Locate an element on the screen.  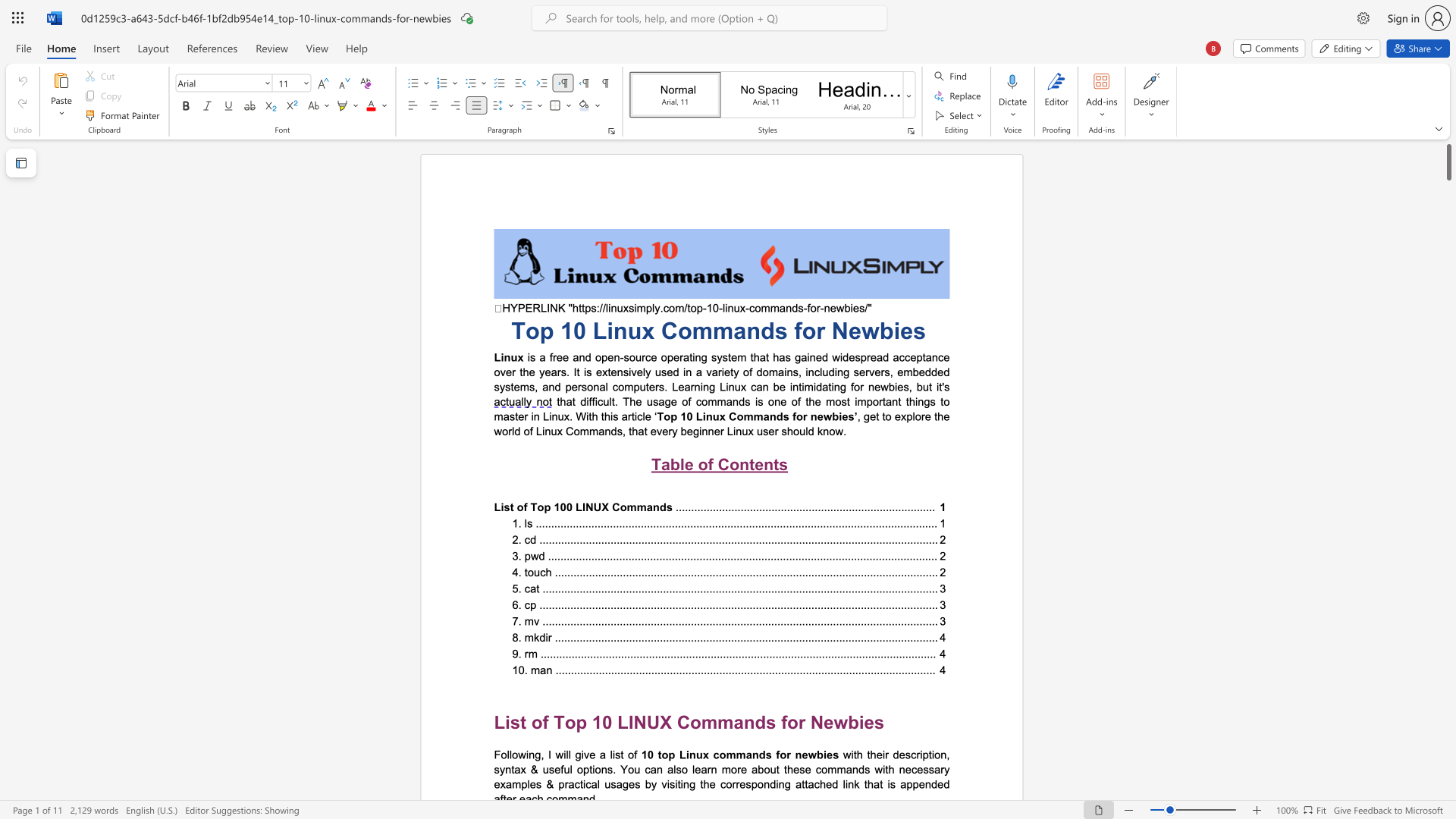
the subset text "ncluding servers, embedd" within the text "is a free and open-source operating system that has gained widespread acceptance over the years. It is extensively used in a variety of domains, including servers, embedded systems, and personal computers. Learning Linux can be intimidating for newbies, but" is located at coordinates (807, 372).